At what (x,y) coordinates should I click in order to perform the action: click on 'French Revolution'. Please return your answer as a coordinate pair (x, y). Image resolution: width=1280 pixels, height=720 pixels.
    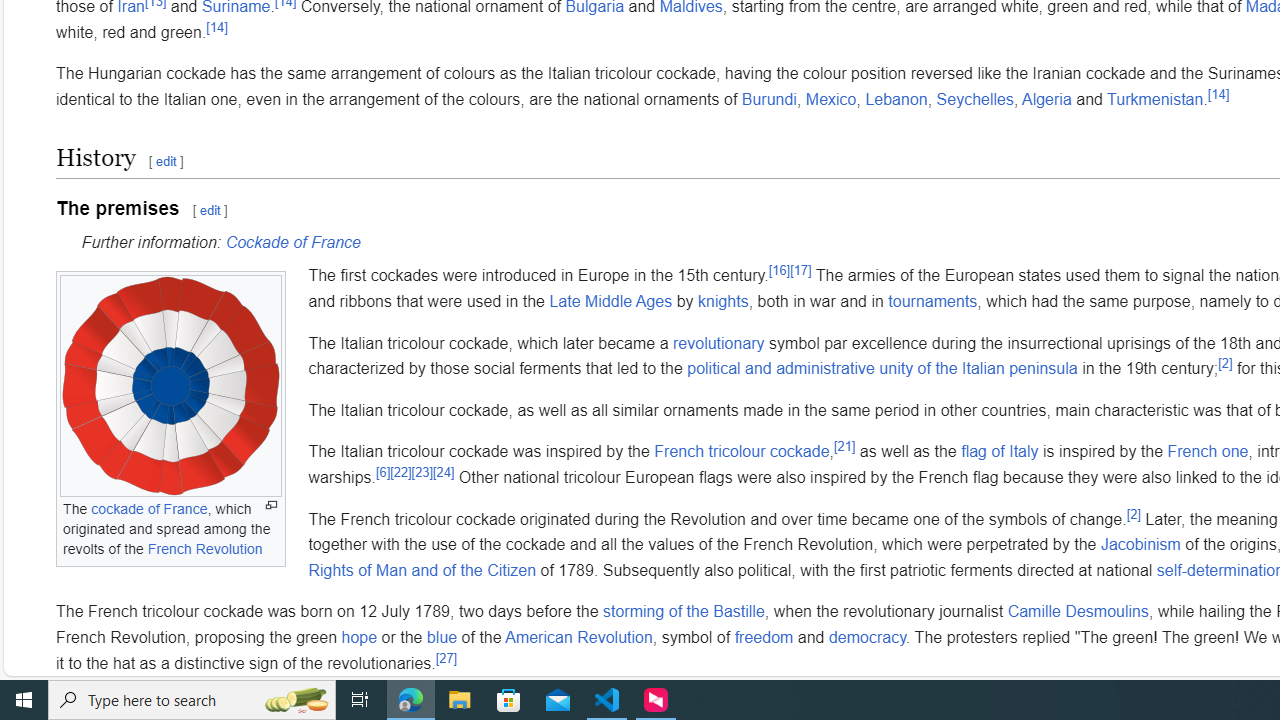
    Looking at the image, I should click on (204, 548).